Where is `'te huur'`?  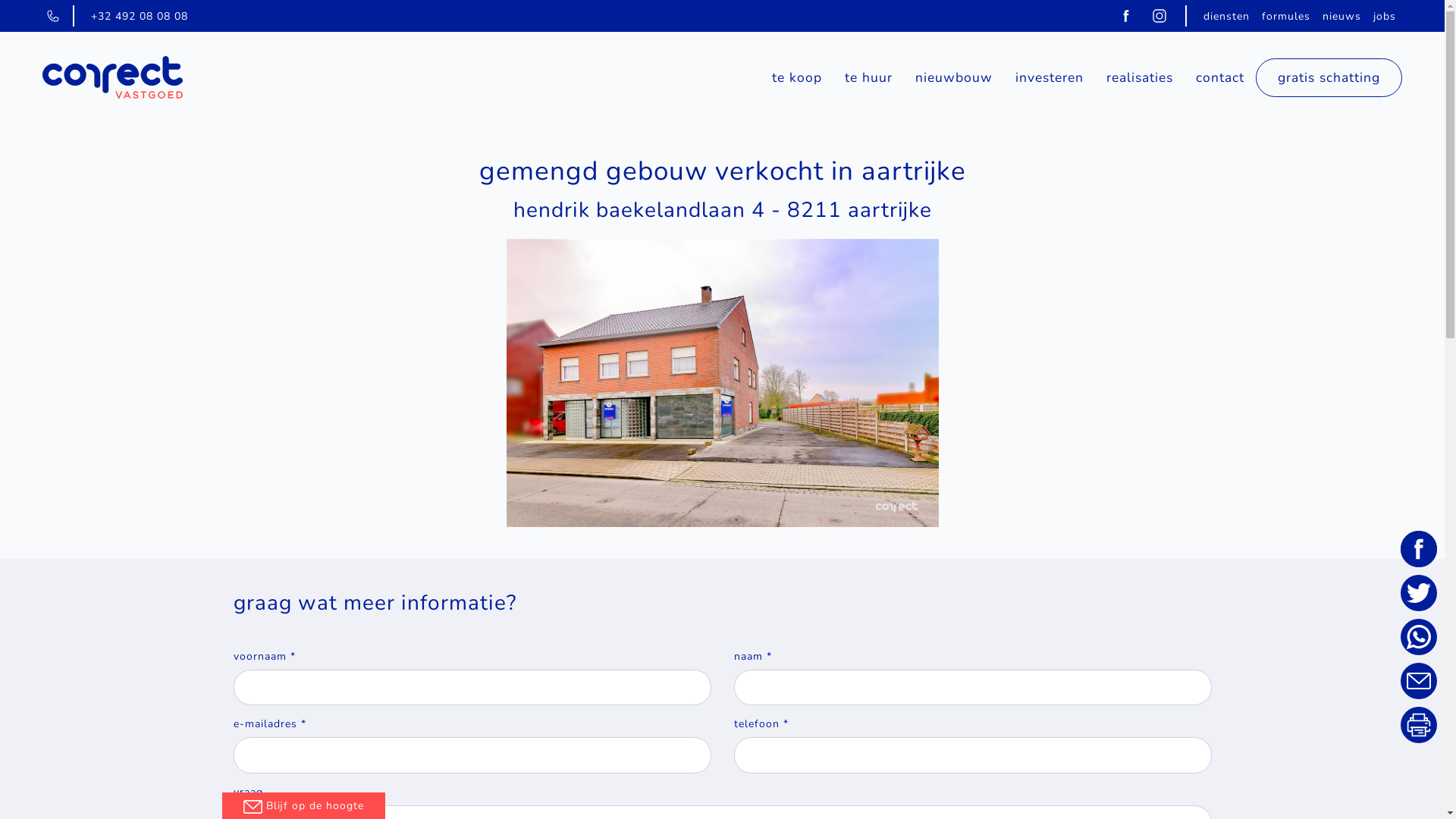 'te huur' is located at coordinates (868, 77).